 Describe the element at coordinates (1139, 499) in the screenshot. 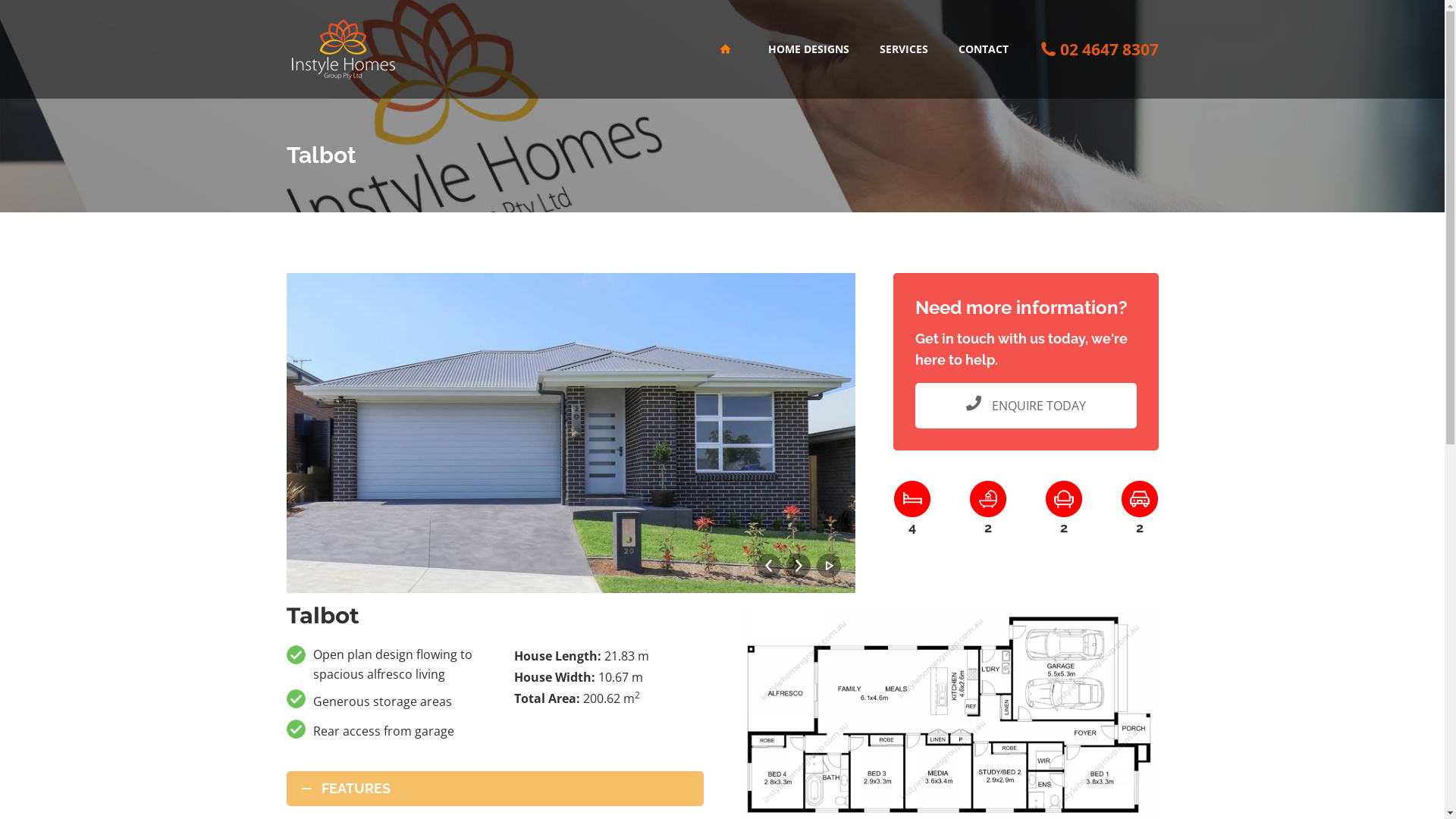

I see `'Cars'` at that location.